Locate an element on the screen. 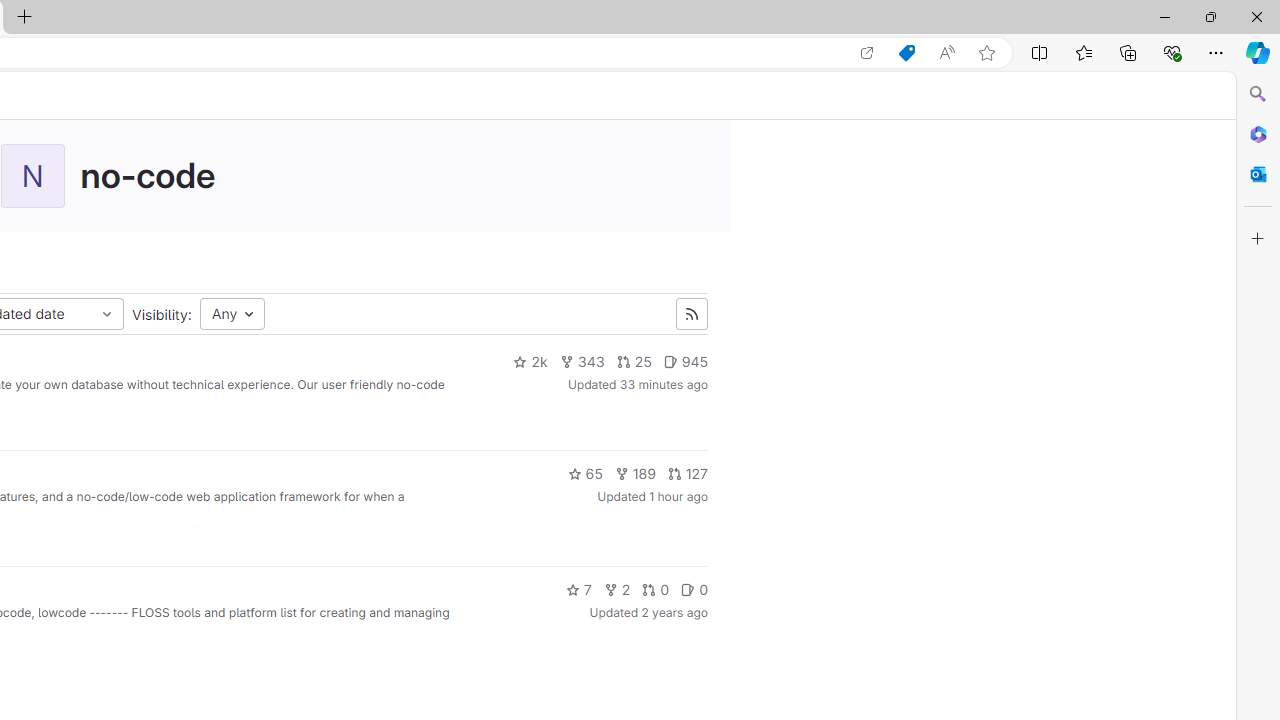 This screenshot has width=1280, height=720. '945' is located at coordinates (685, 362).